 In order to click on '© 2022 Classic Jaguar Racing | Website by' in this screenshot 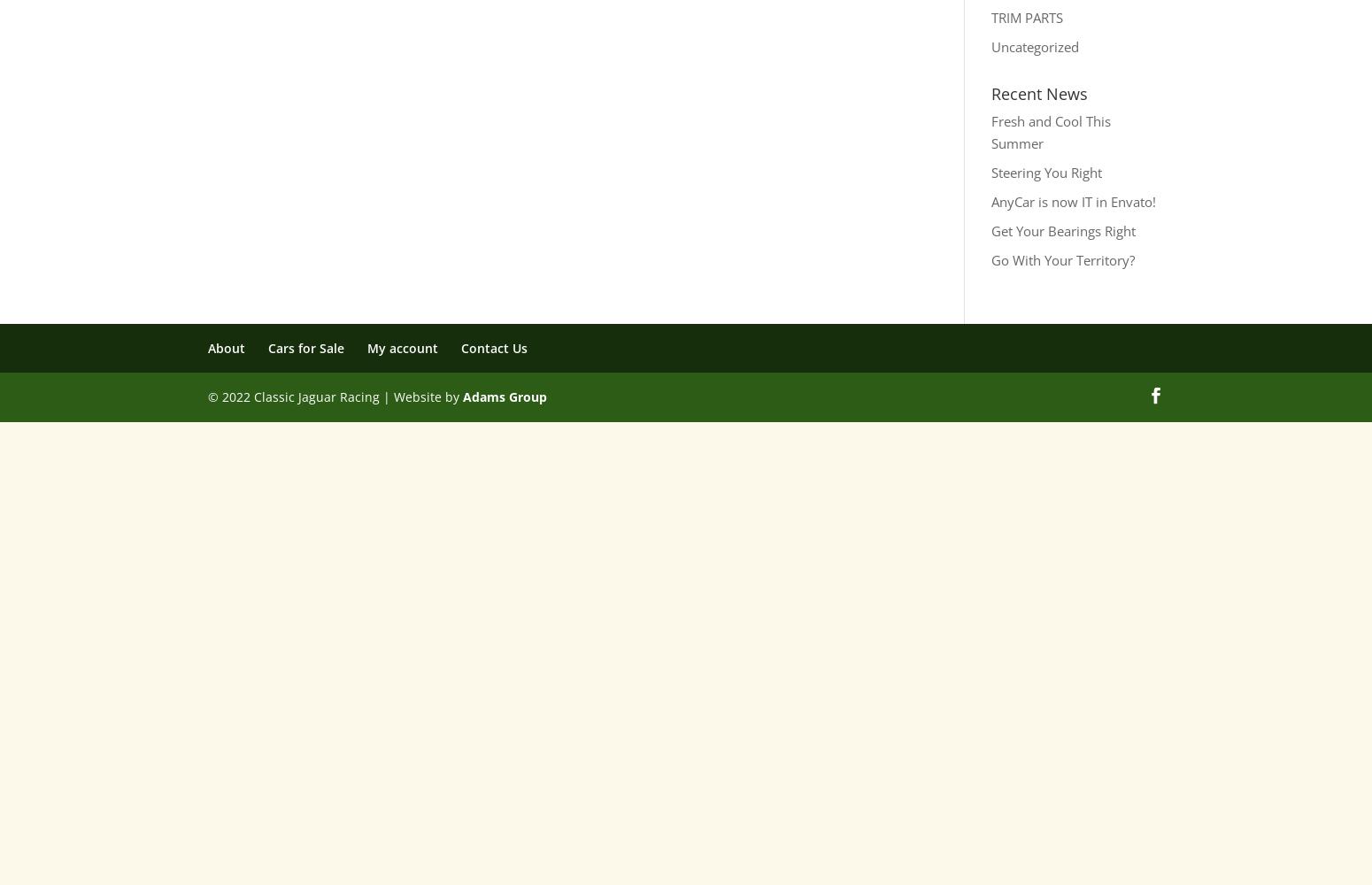, I will do `click(334, 396)`.